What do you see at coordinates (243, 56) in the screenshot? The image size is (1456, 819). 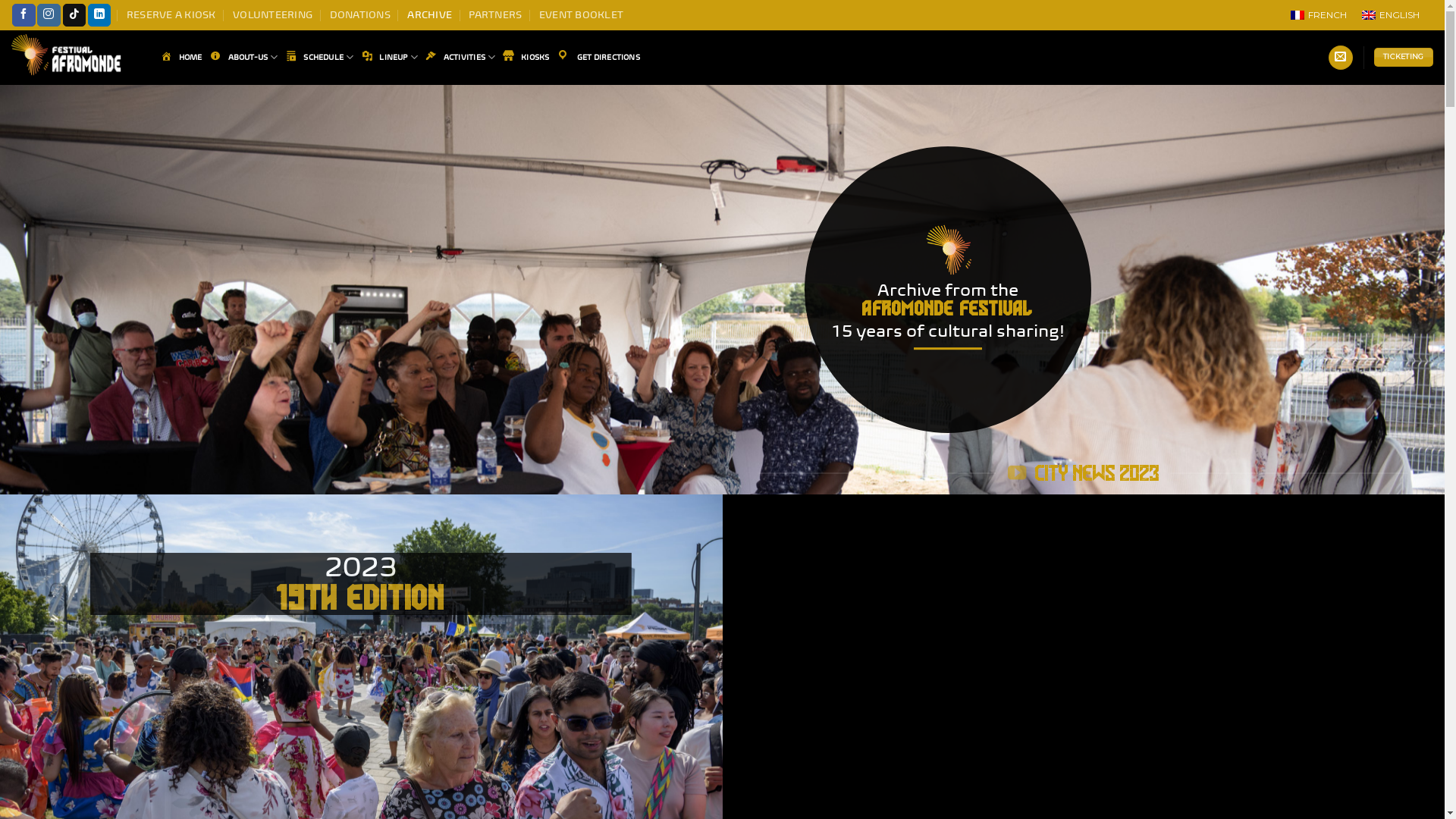 I see `'ABOUT-US'` at bounding box center [243, 56].